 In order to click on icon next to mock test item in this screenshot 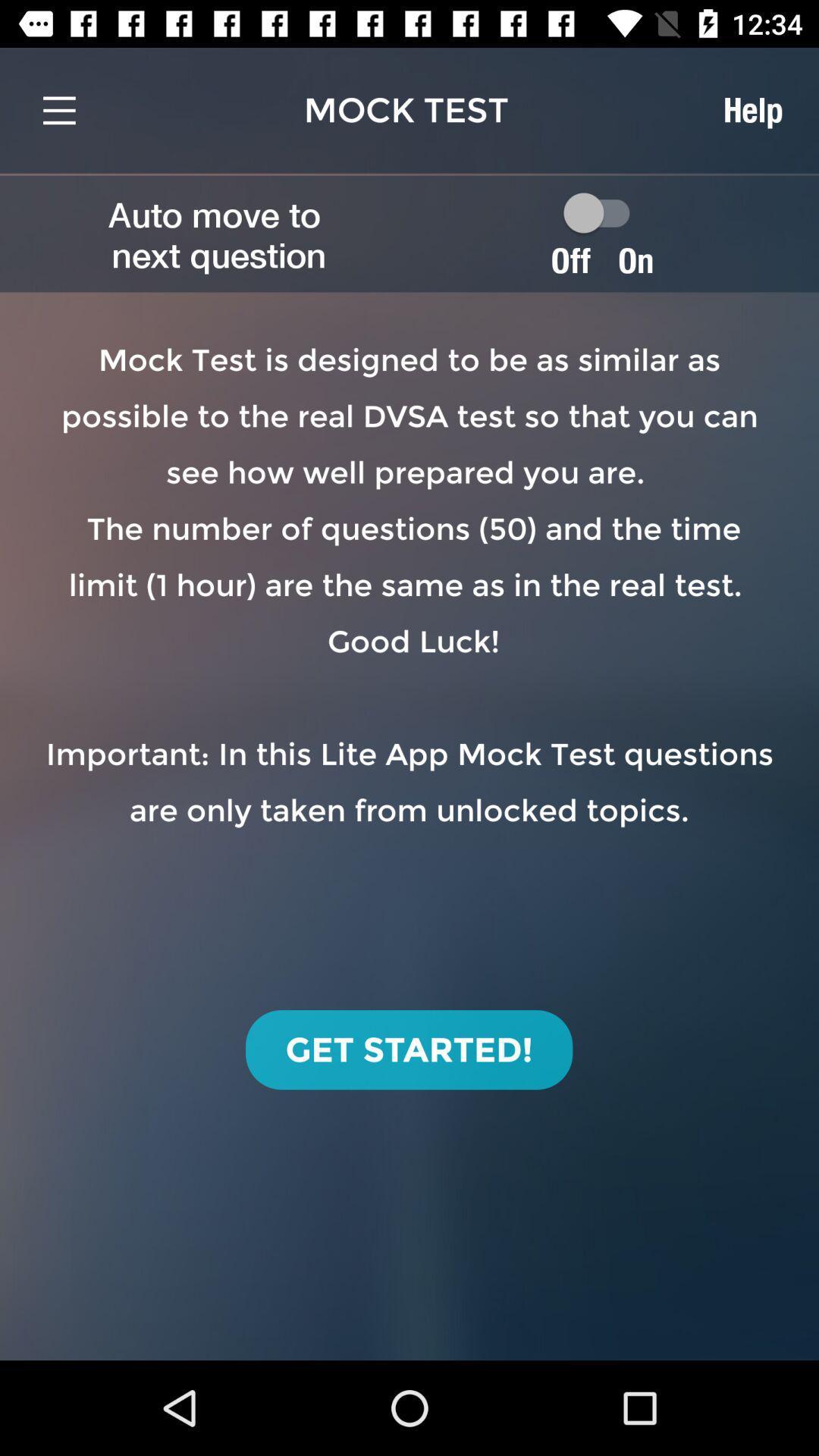, I will do `click(752, 109)`.